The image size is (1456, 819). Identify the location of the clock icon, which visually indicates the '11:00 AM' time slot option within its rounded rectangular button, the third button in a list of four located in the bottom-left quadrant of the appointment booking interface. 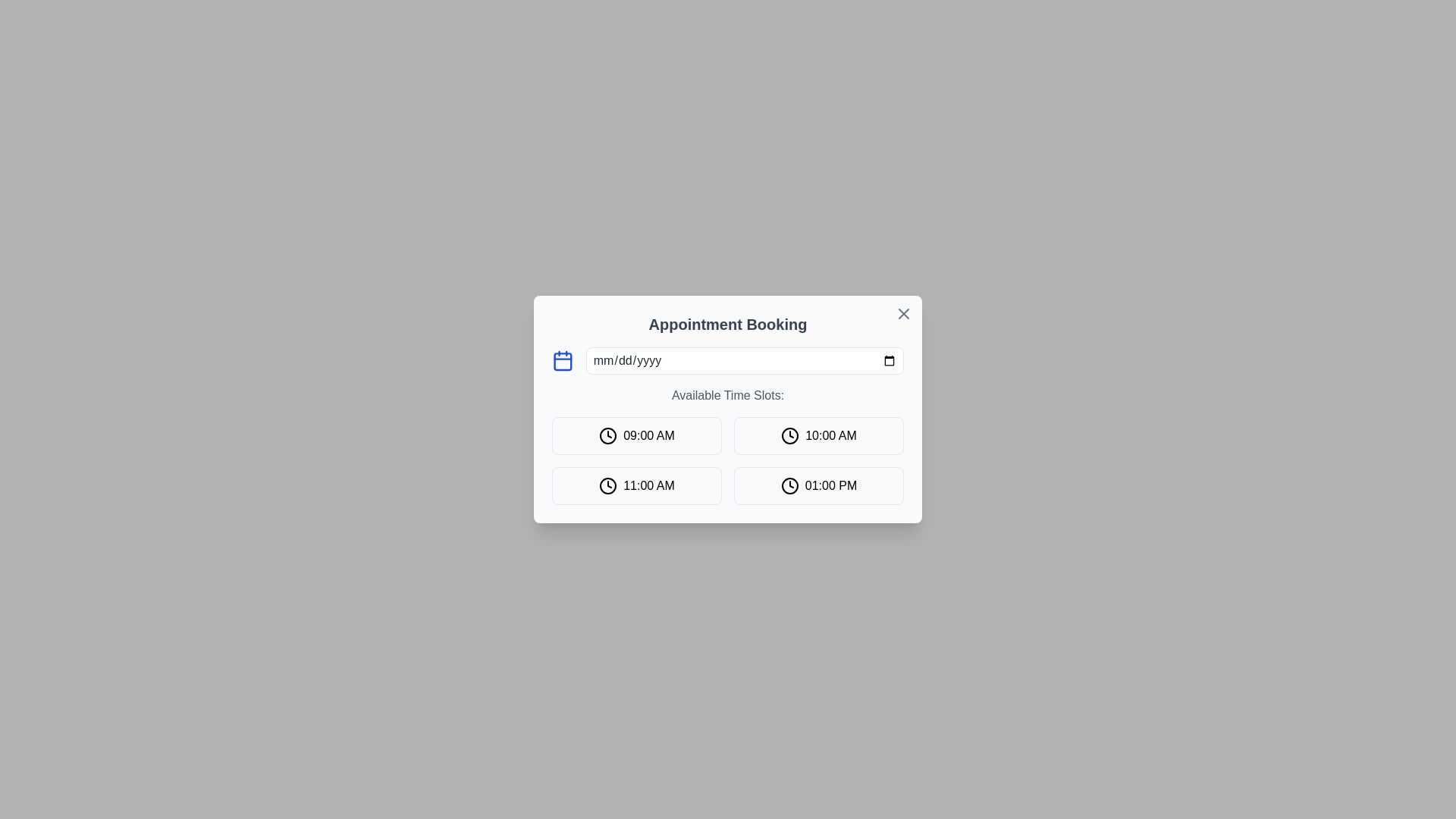
(608, 485).